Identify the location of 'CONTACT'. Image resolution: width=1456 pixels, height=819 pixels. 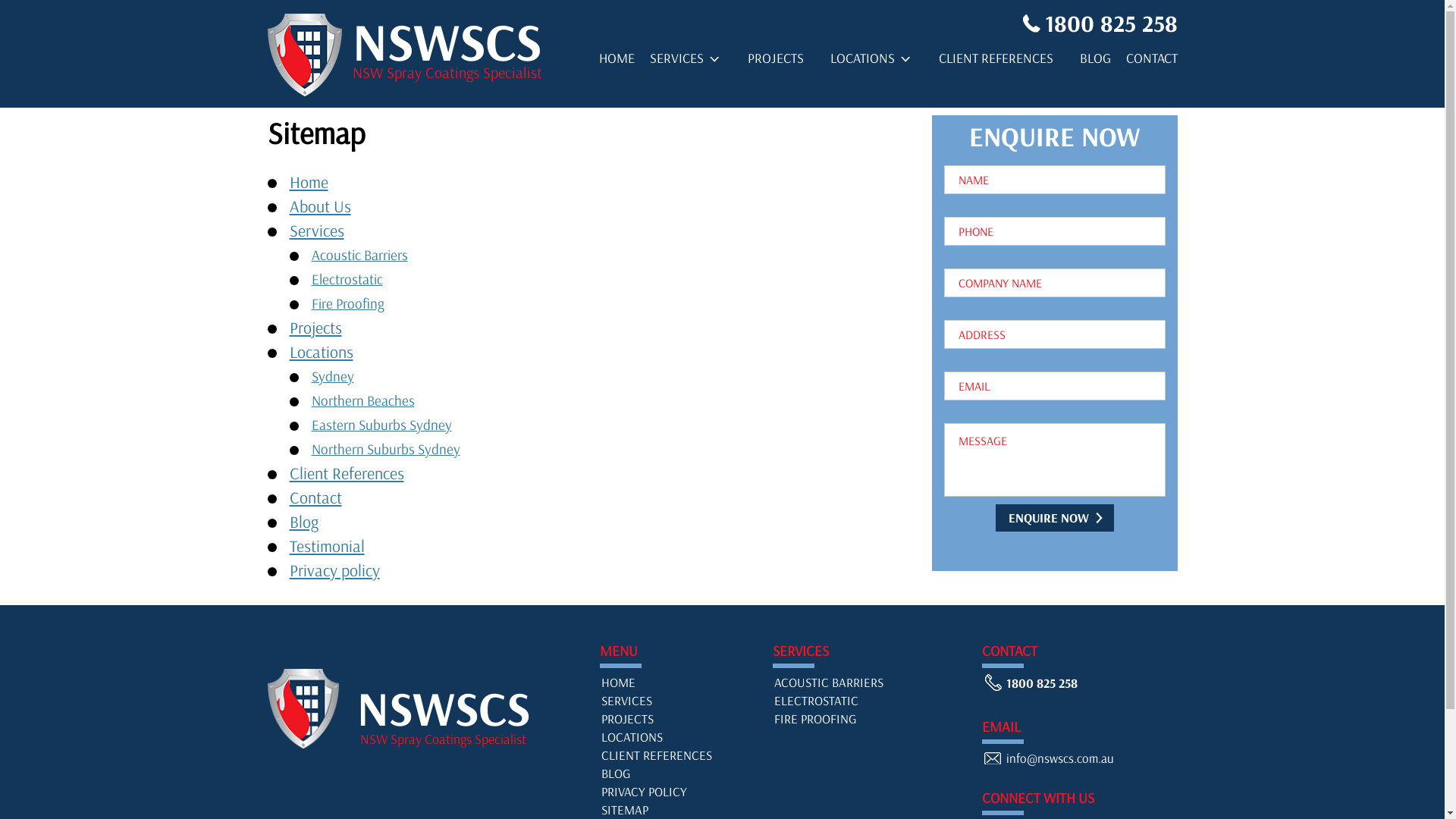
(1150, 59).